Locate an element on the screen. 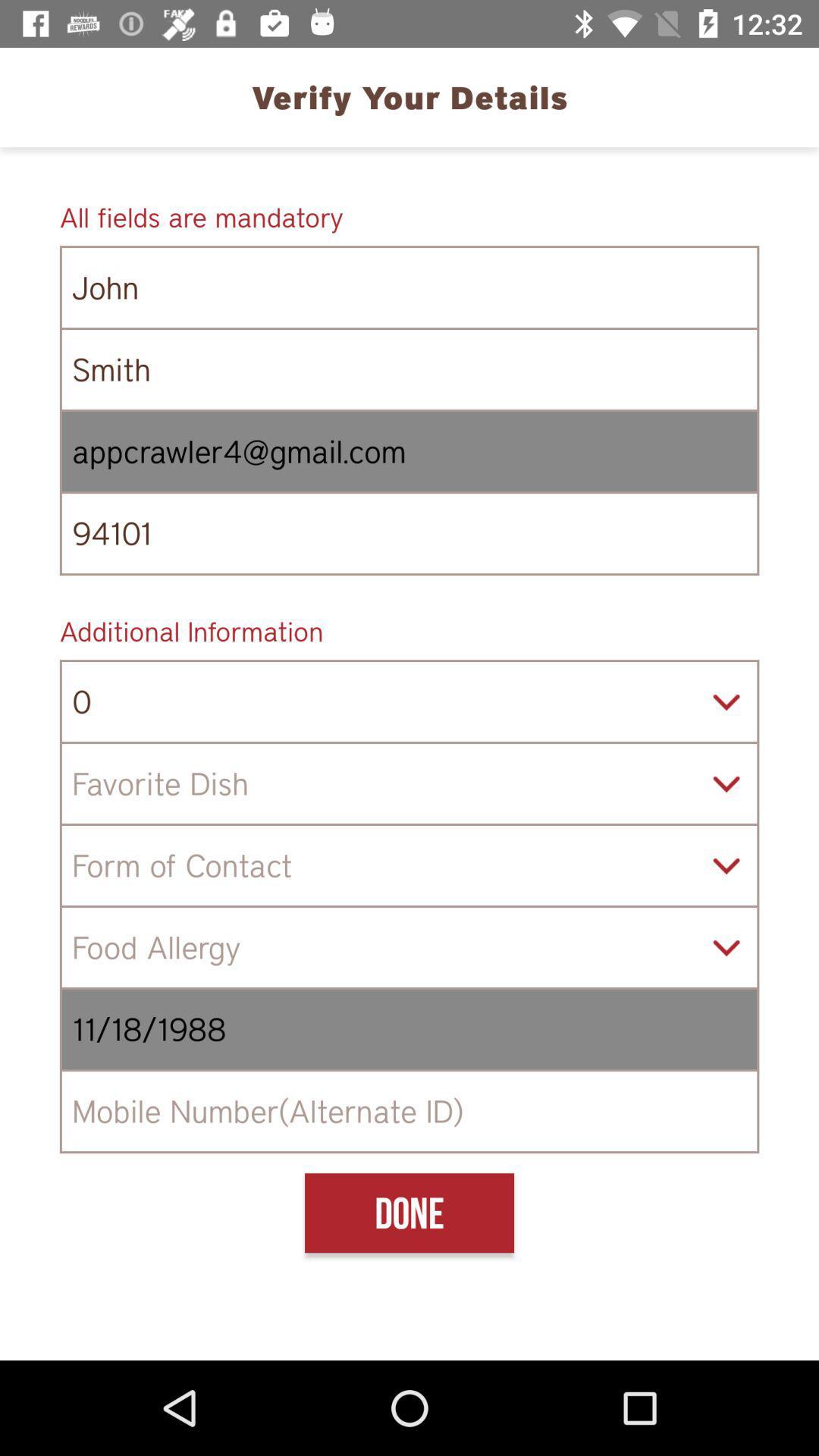 The height and width of the screenshot is (1456, 819). favorite dish is located at coordinates (409, 783).